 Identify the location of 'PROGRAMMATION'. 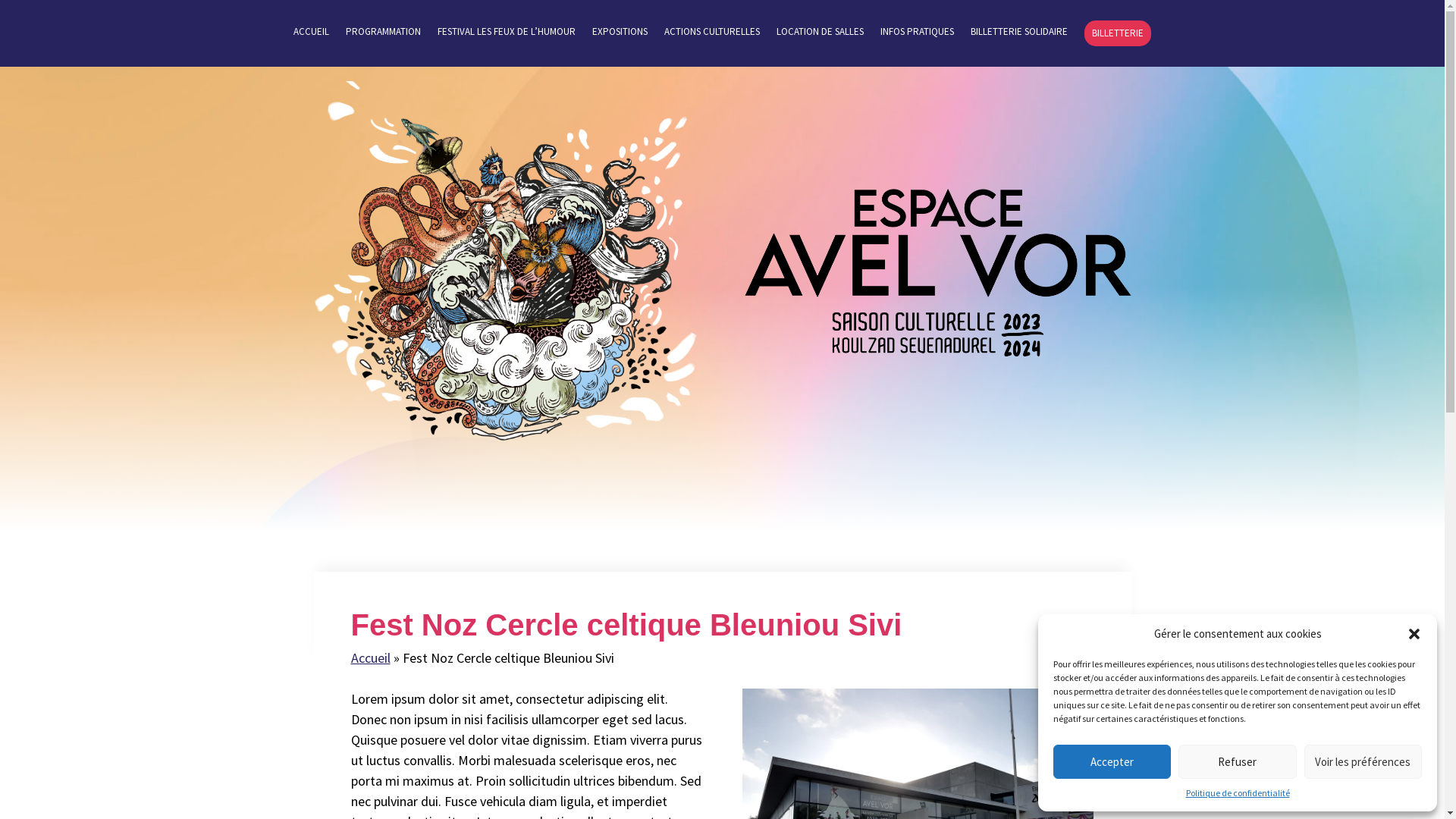
(383, 35).